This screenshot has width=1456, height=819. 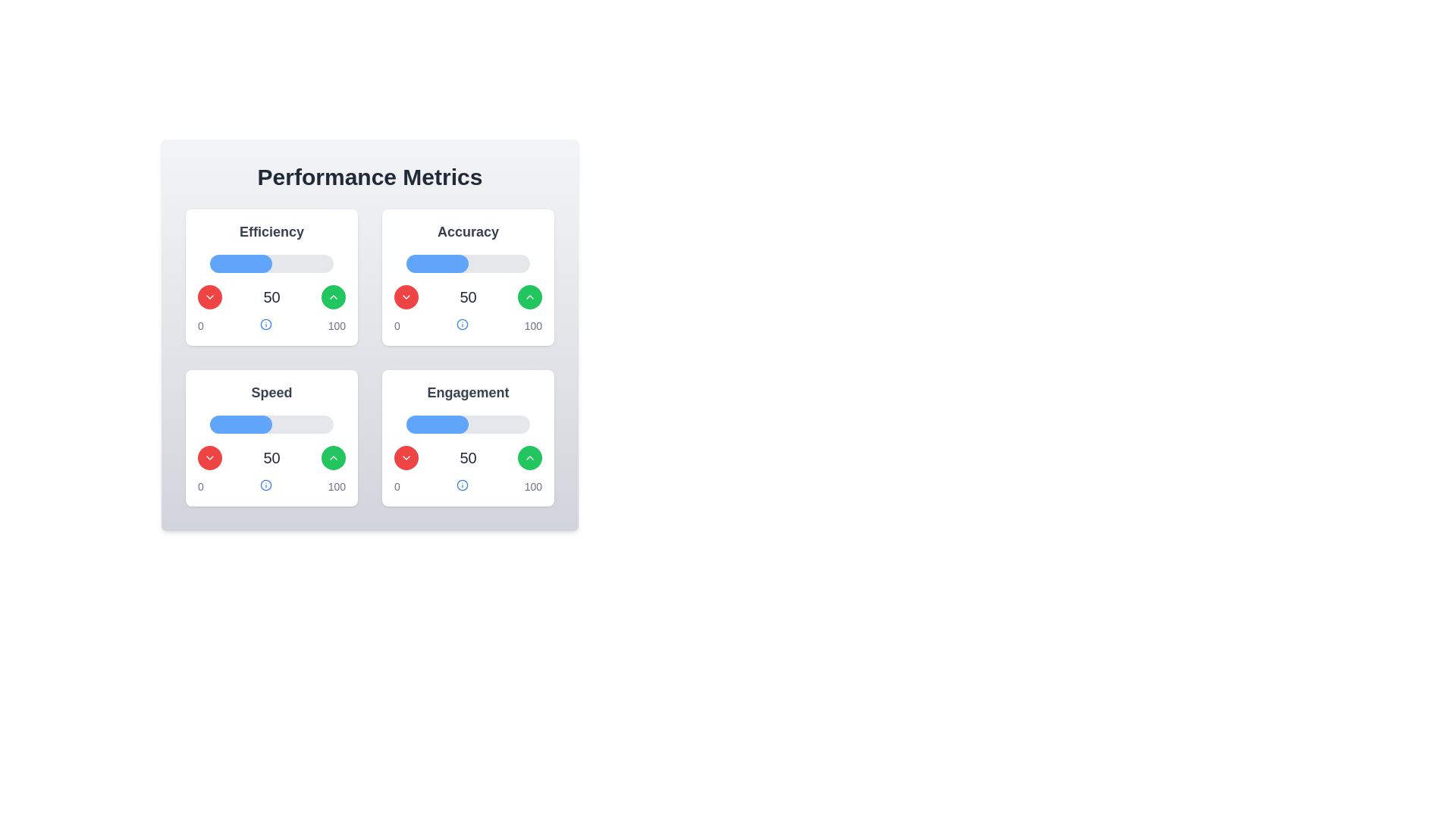 What do you see at coordinates (265, 324) in the screenshot?
I see `the circular blue outlined icon located in the 'Efficiency' card, positioned near the number '50' in the Performance Metrics section` at bounding box center [265, 324].